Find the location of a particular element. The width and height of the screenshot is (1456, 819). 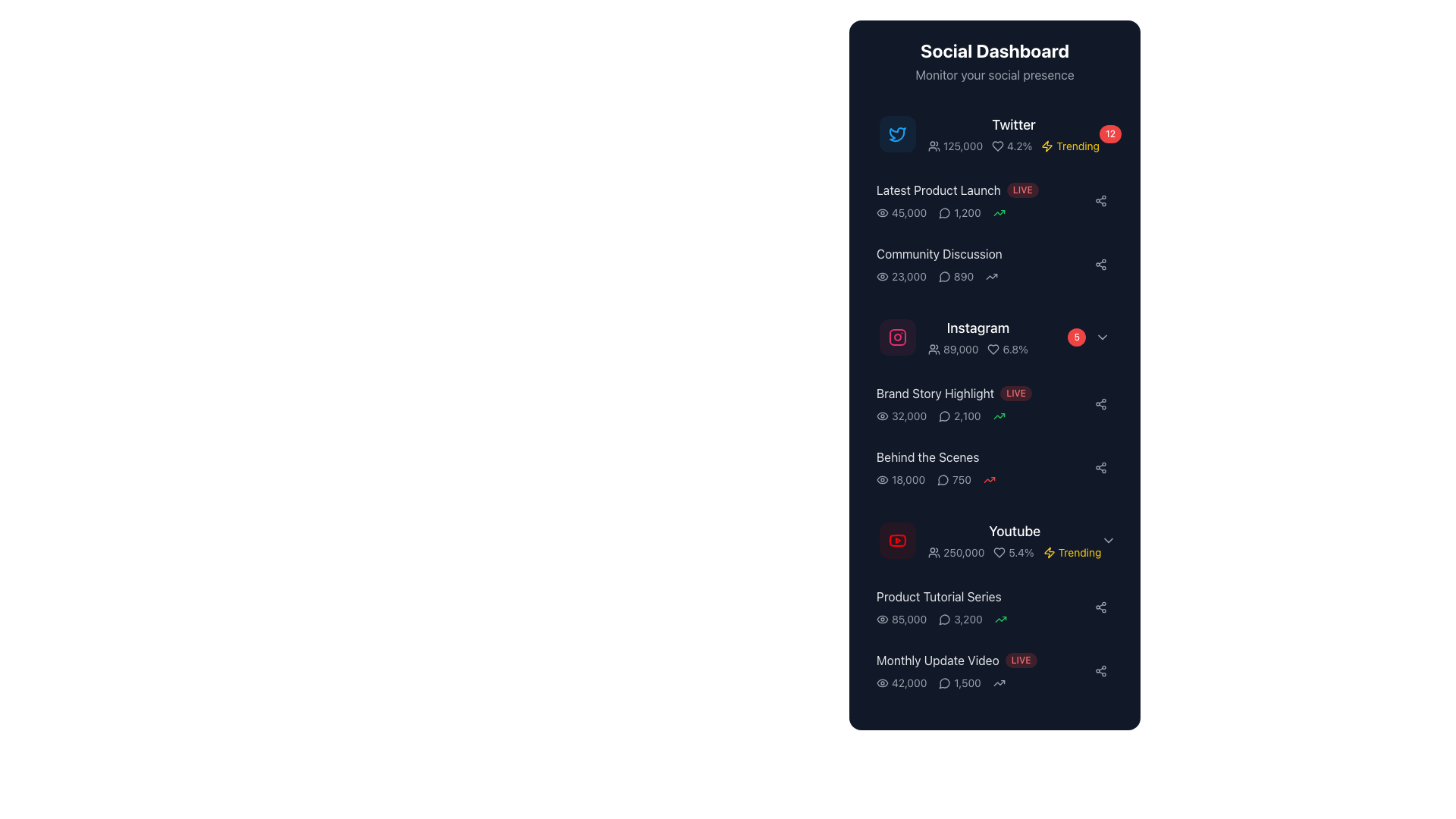

the fourth interactive card in the social media dashboard, which displays the YouTube logo, the text 'Youtube', user and heart icons with metrics, and 'Trending' text next to a lightning bolt icon is located at coordinates (994, 540).